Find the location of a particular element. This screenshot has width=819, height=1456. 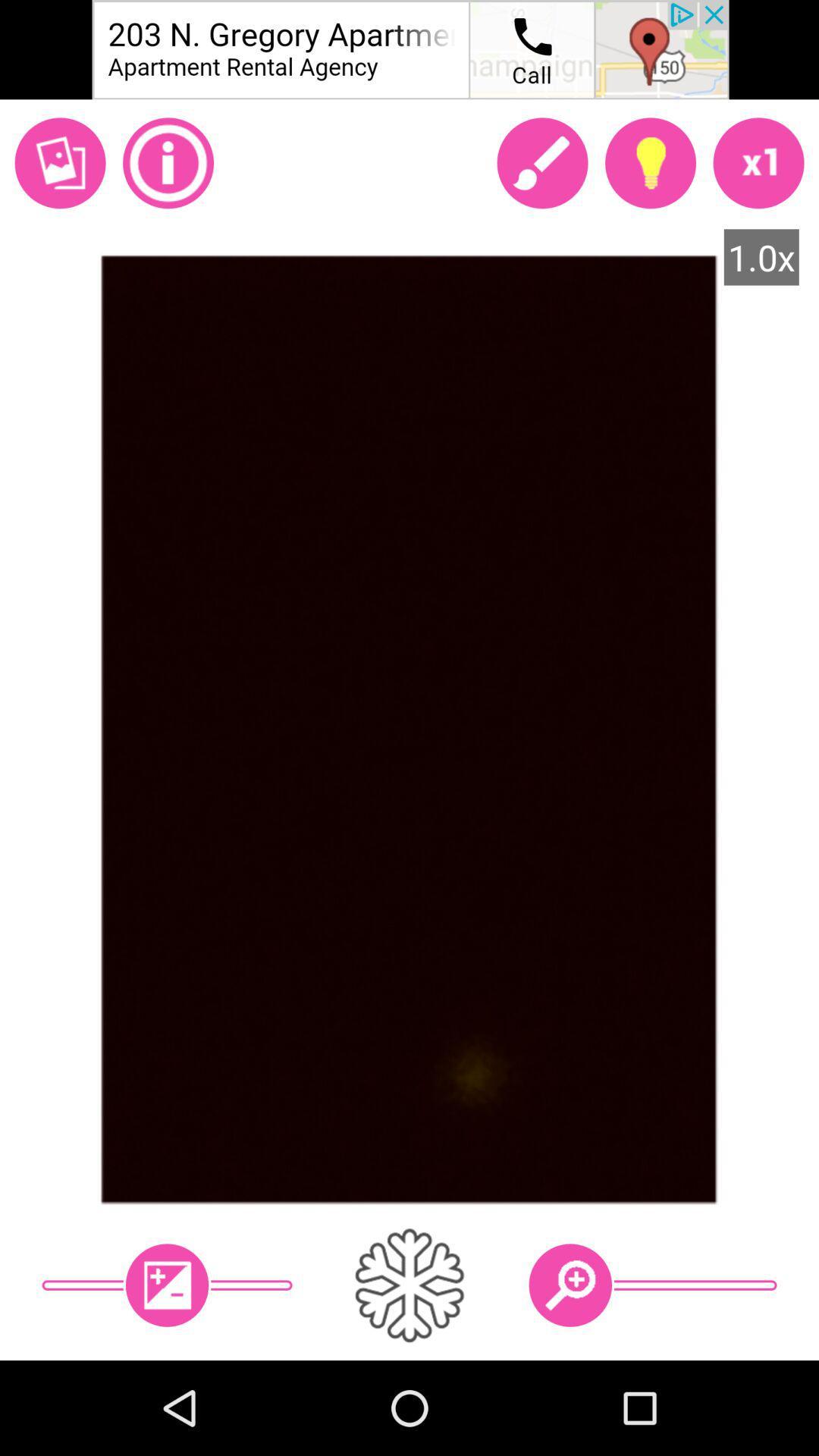

freeze image is located at coordinates (409, 1284).